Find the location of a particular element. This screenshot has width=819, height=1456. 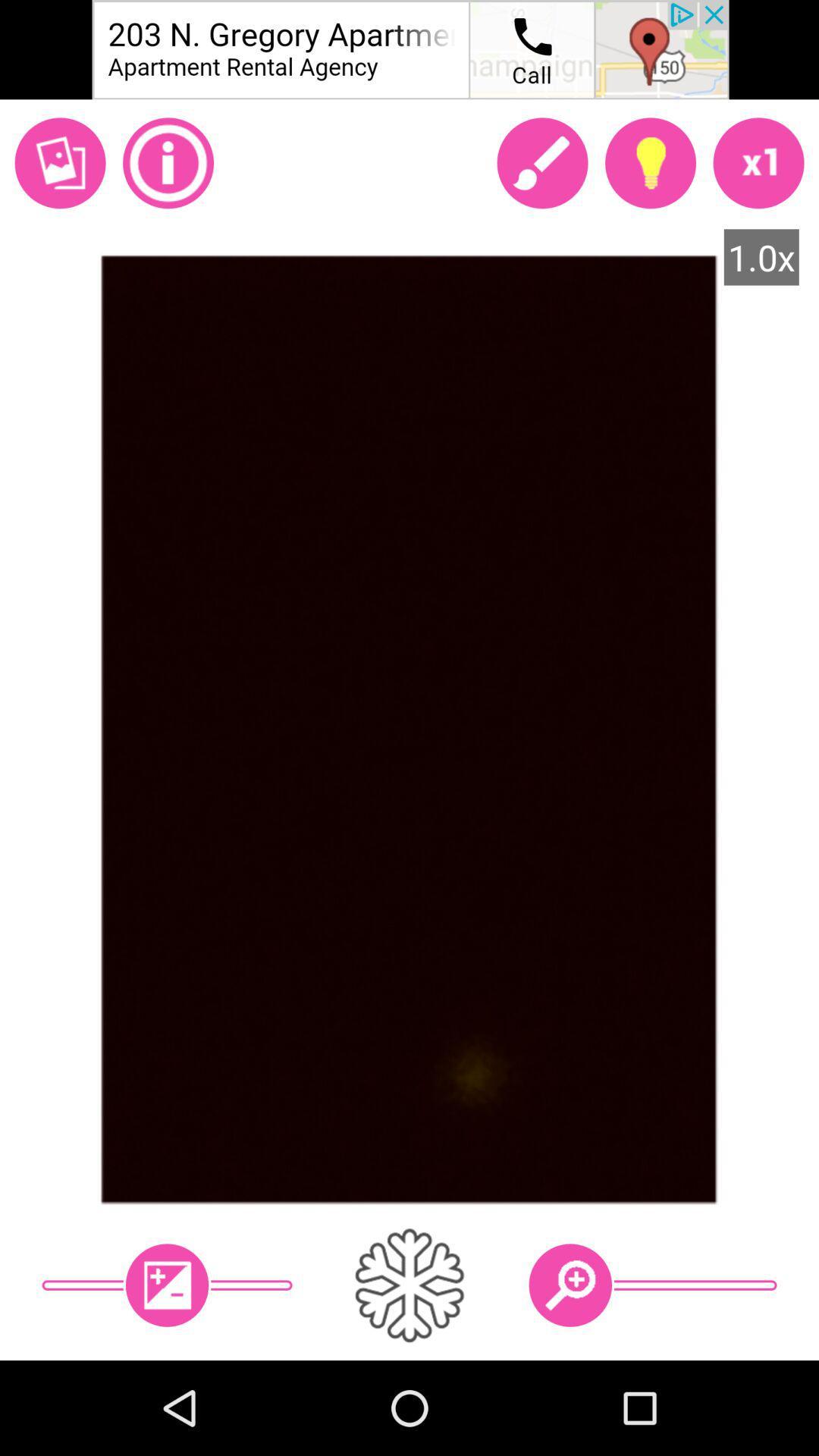

freeze image is located at coordinates (409, 1284).